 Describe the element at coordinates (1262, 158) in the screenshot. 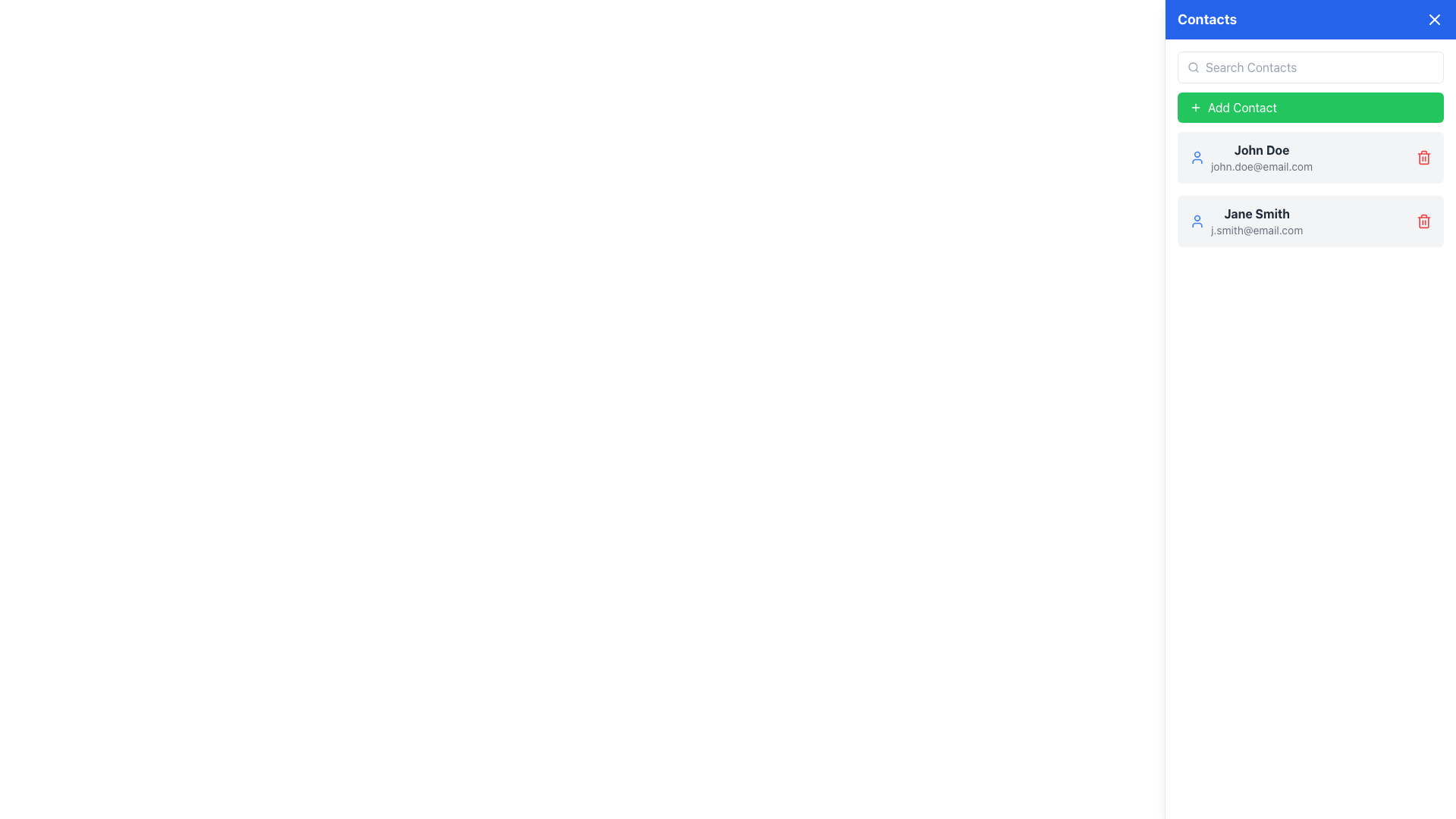

I see `the textual label displaying 'John Doe' and 'john.doe@email.com' for context actions` at that location.